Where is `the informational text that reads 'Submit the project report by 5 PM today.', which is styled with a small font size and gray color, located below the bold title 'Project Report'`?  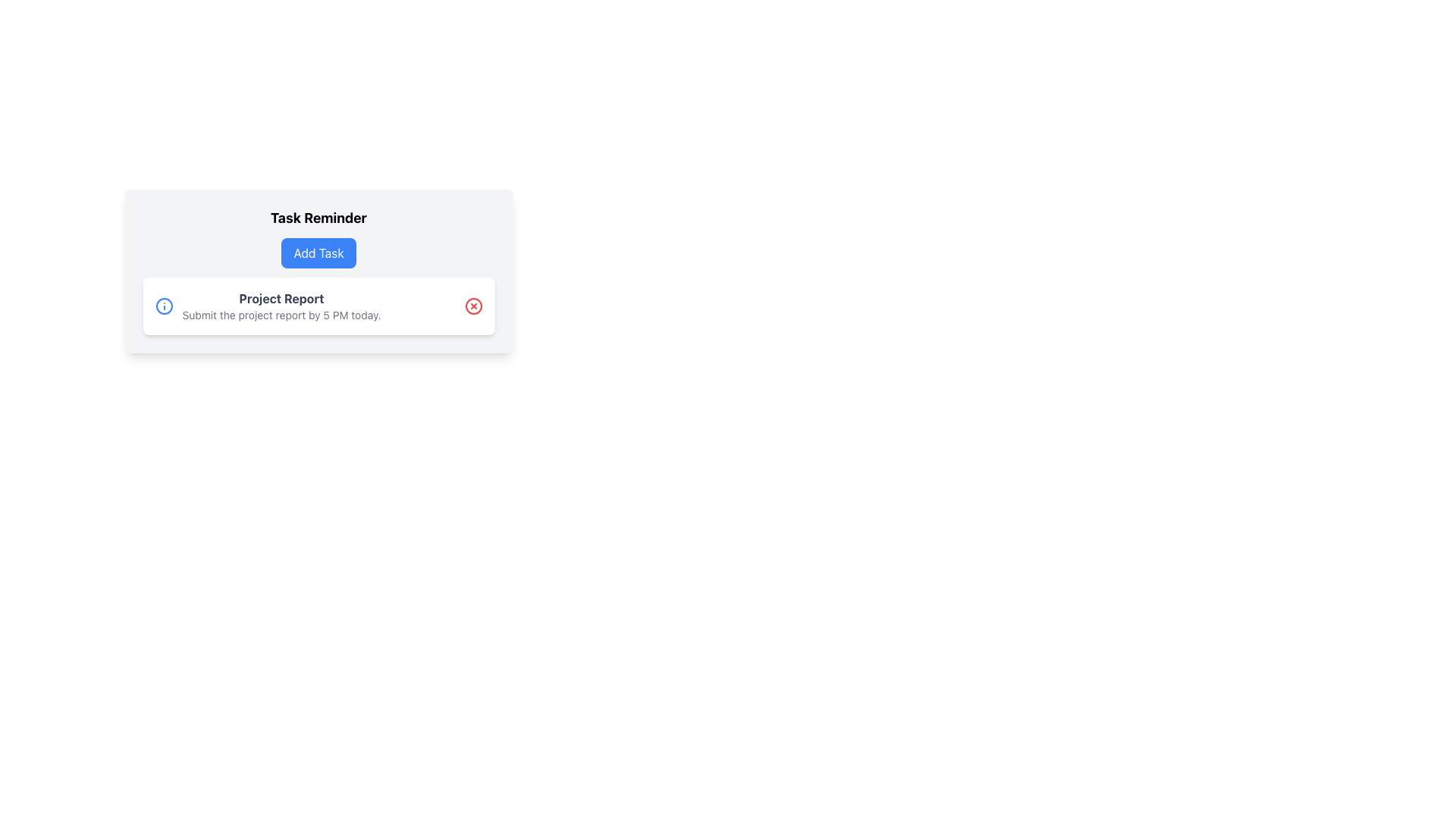
the informational text that reads 'Submit the project report by 5 PM today.', which is styled with a small font size and gray color, located below the bold title 'Project Report' is located at coordinates (281, 315).